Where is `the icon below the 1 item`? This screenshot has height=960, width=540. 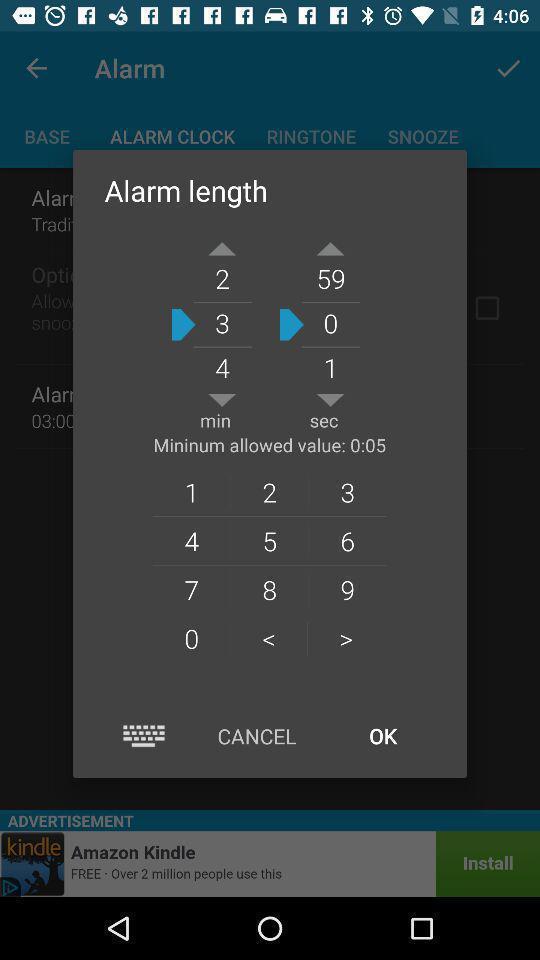 the icon below the 1 item is located at coordinates (269, 539).